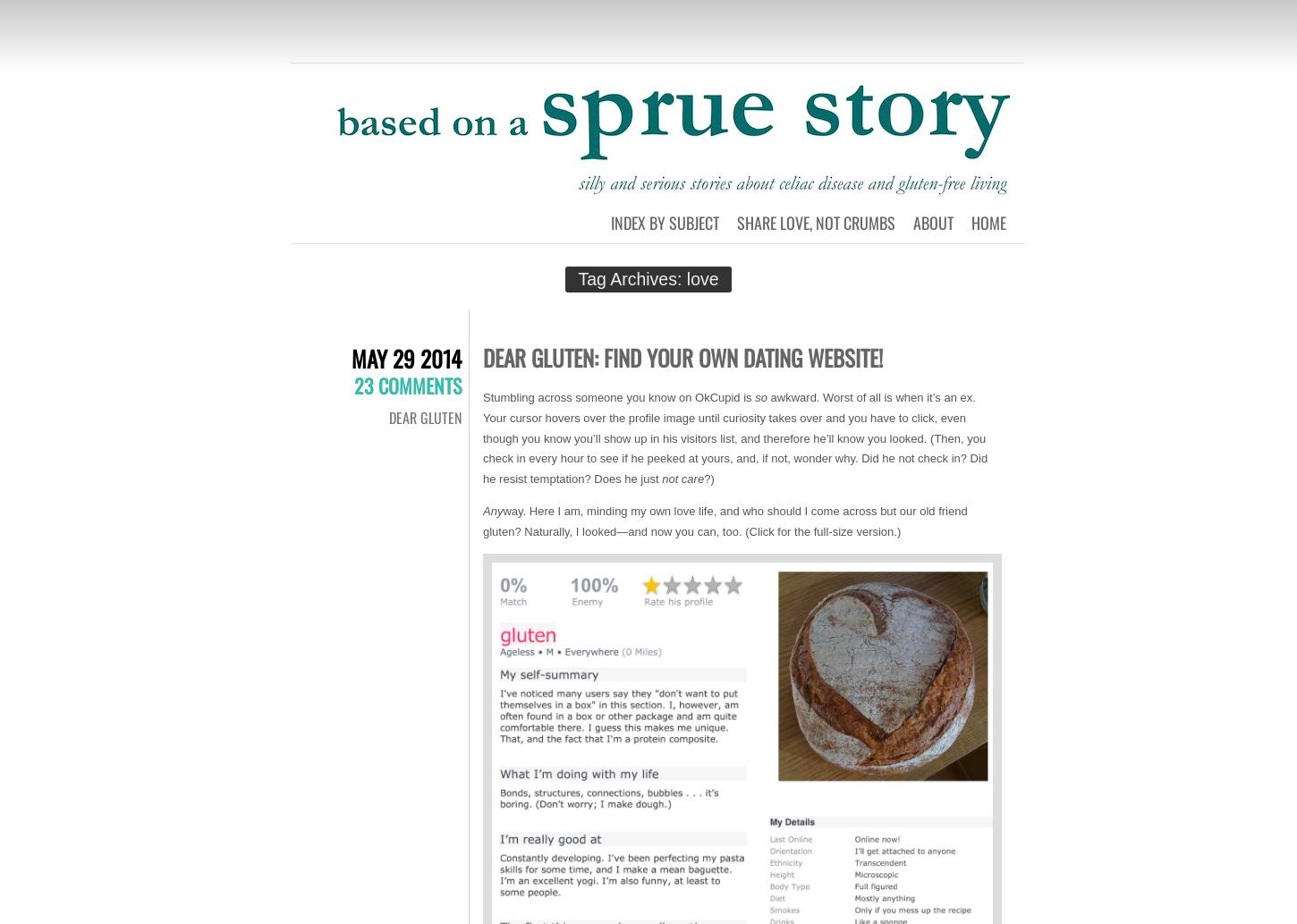  Describe the element at coordinates (407, 385) in the screenshot. I see `'23 Comments'` at that location.